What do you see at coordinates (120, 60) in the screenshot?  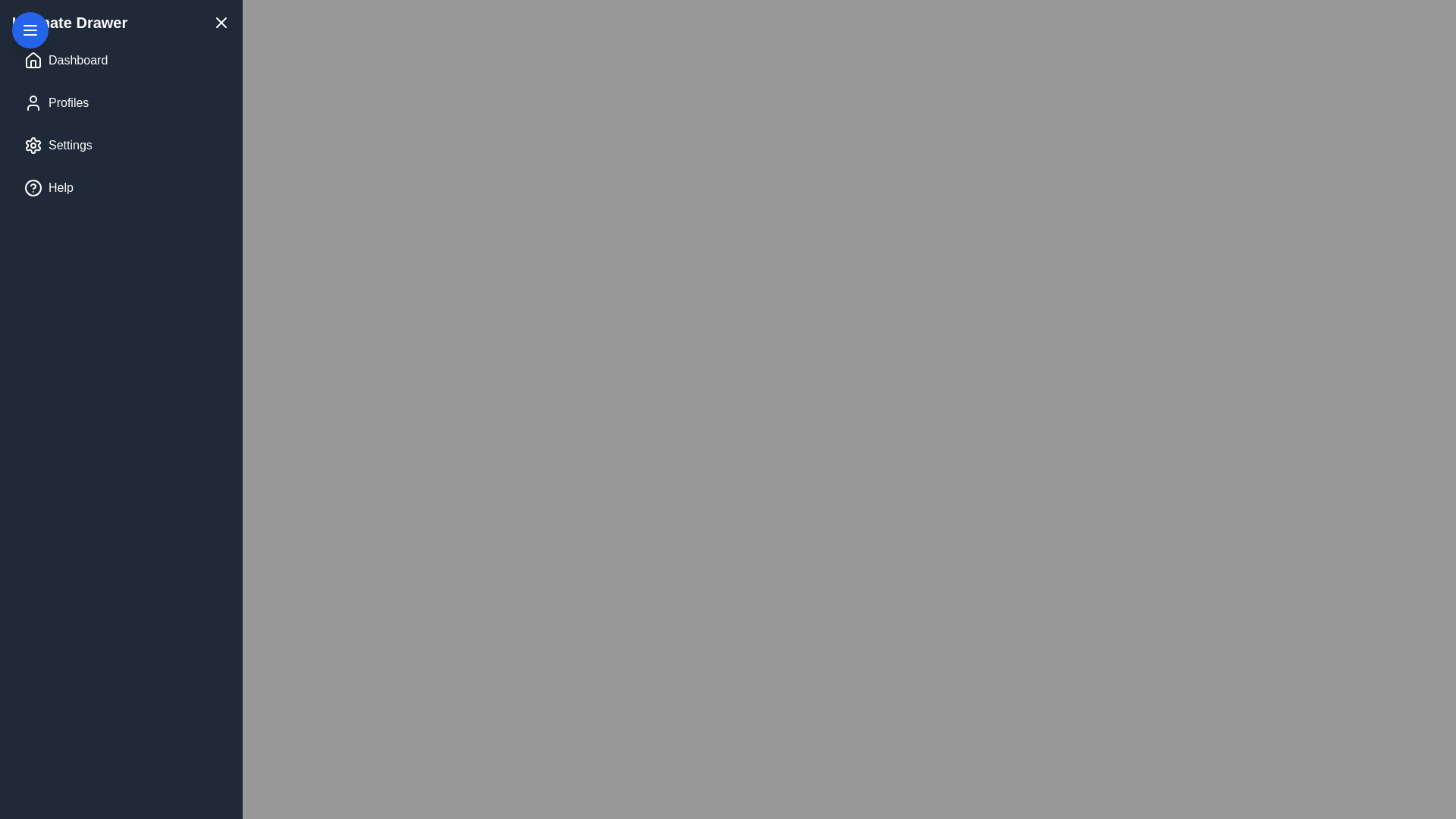 I see `the first navigation menu item button labeled 'Dashboard' in the sidebar menu for potential visual feedback` at bounding box center [120, 60].